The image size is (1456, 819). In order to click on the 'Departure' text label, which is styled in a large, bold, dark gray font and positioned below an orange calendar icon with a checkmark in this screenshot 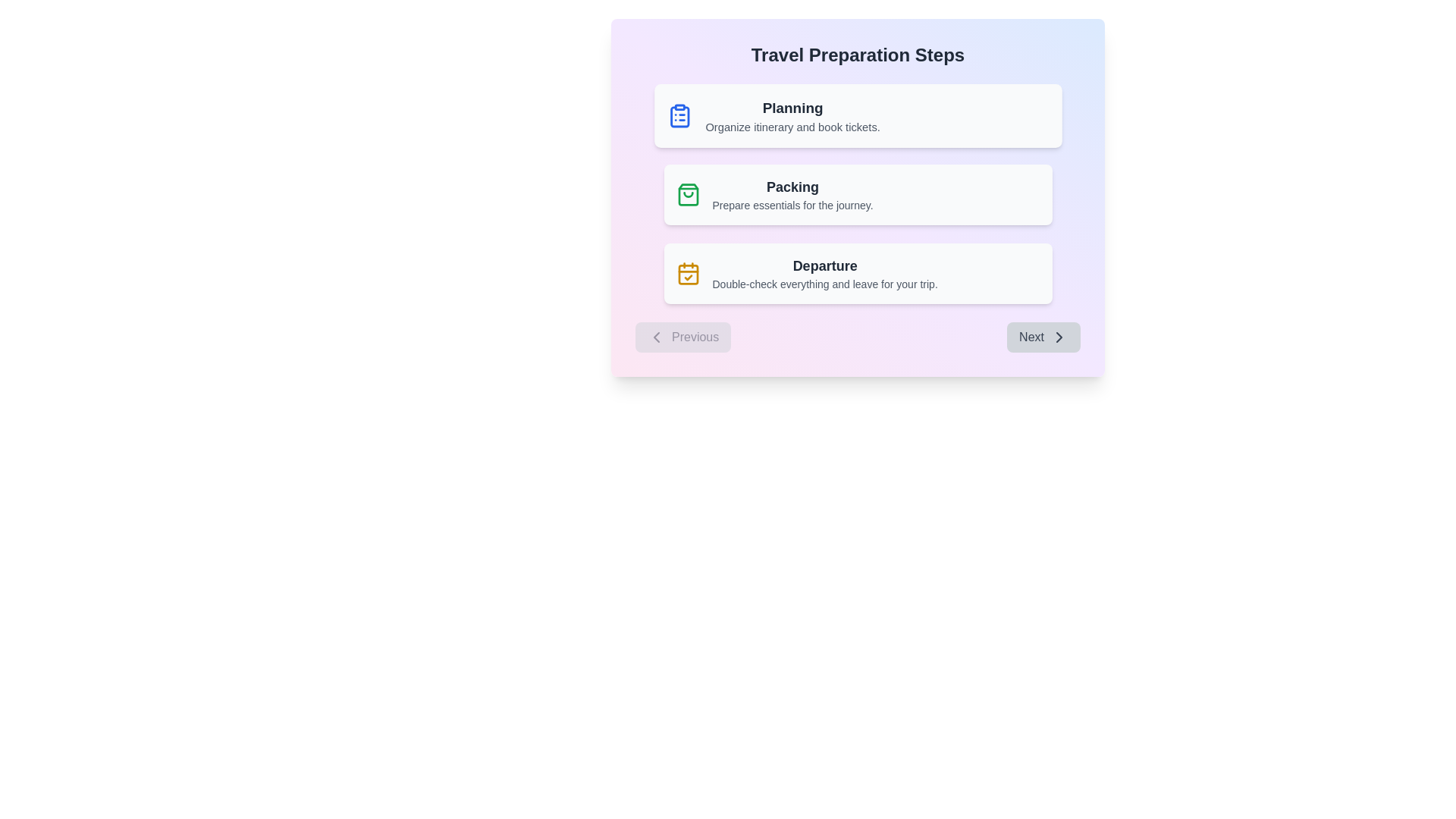, I will do `click(824, 265)`.